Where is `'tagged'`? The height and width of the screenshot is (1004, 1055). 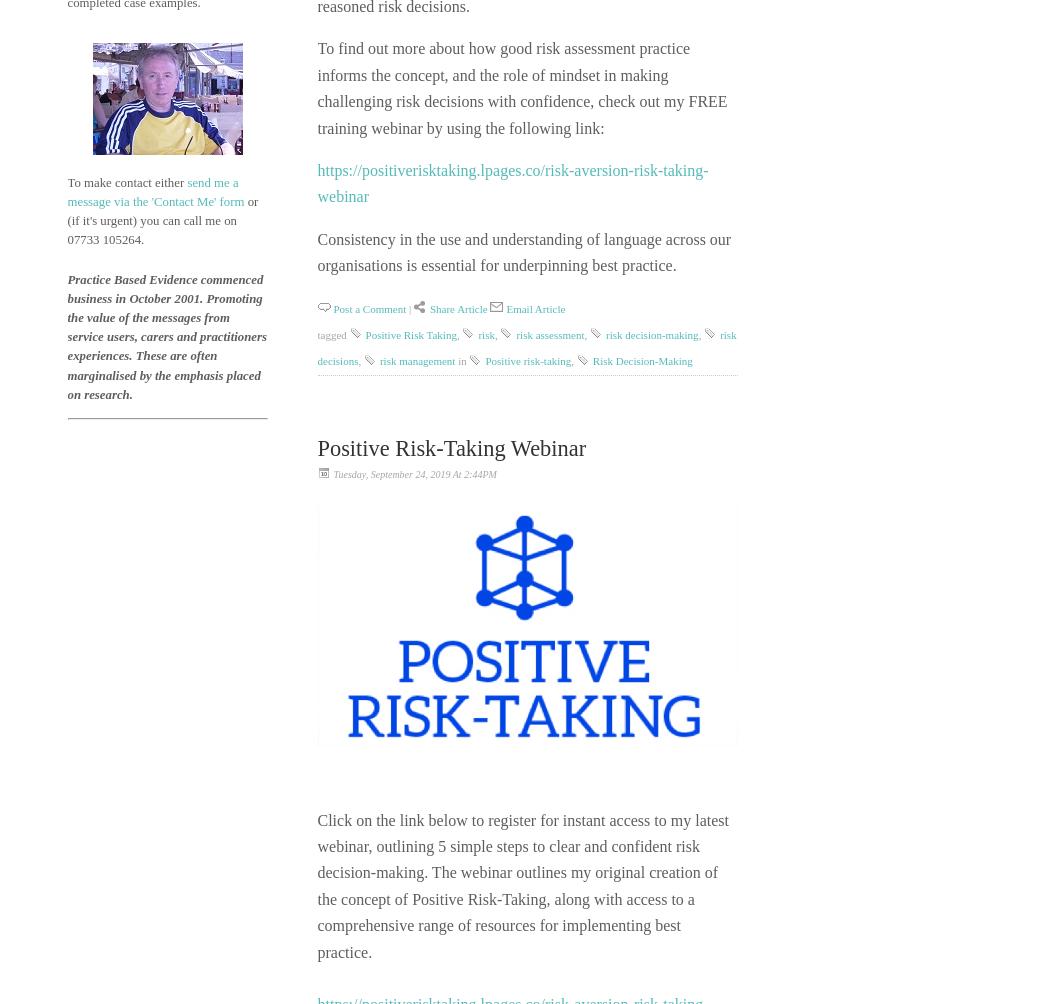 'tagged' is located at coordinates (331, 334).